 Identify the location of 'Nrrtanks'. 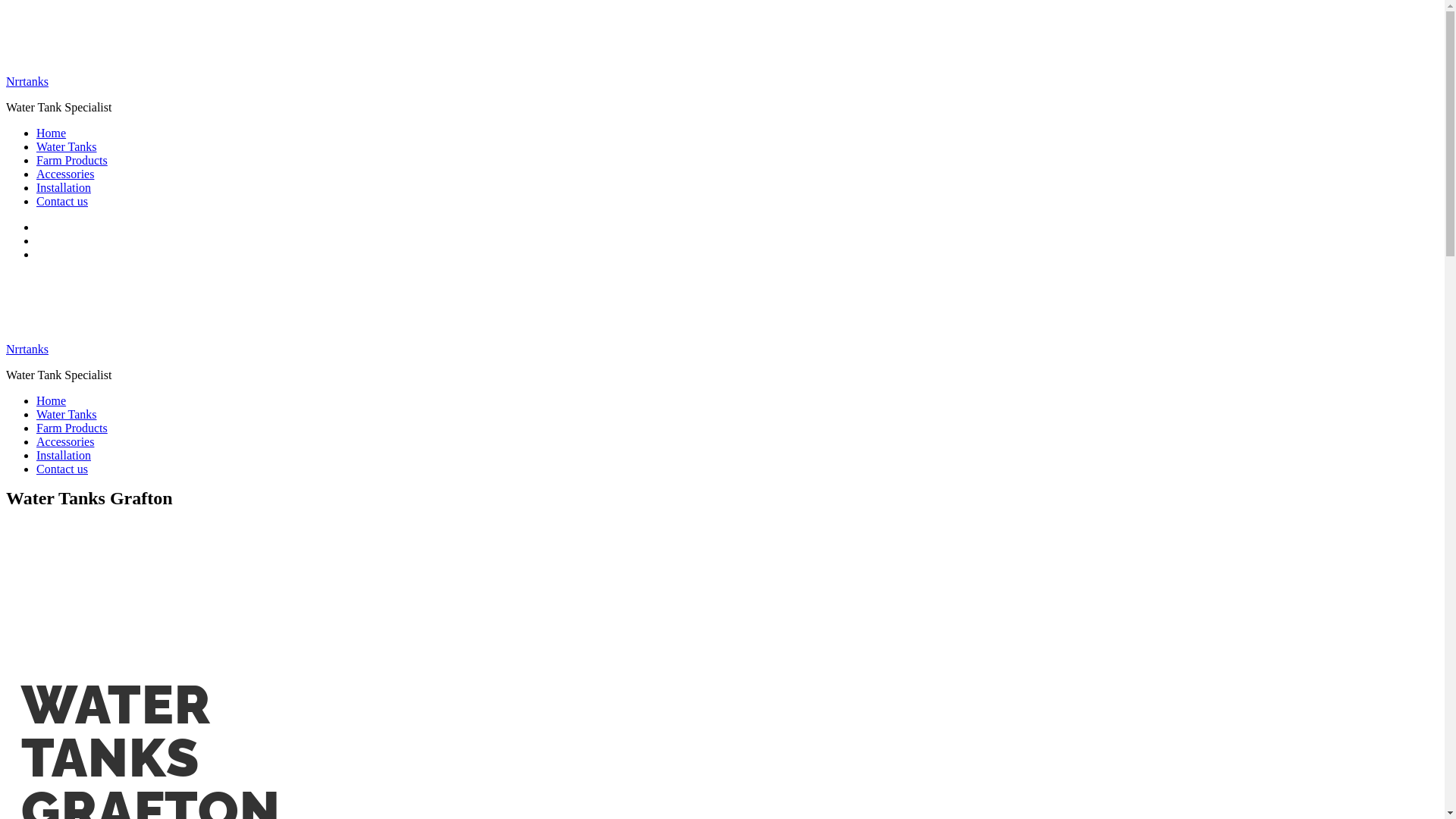
(27, 349).